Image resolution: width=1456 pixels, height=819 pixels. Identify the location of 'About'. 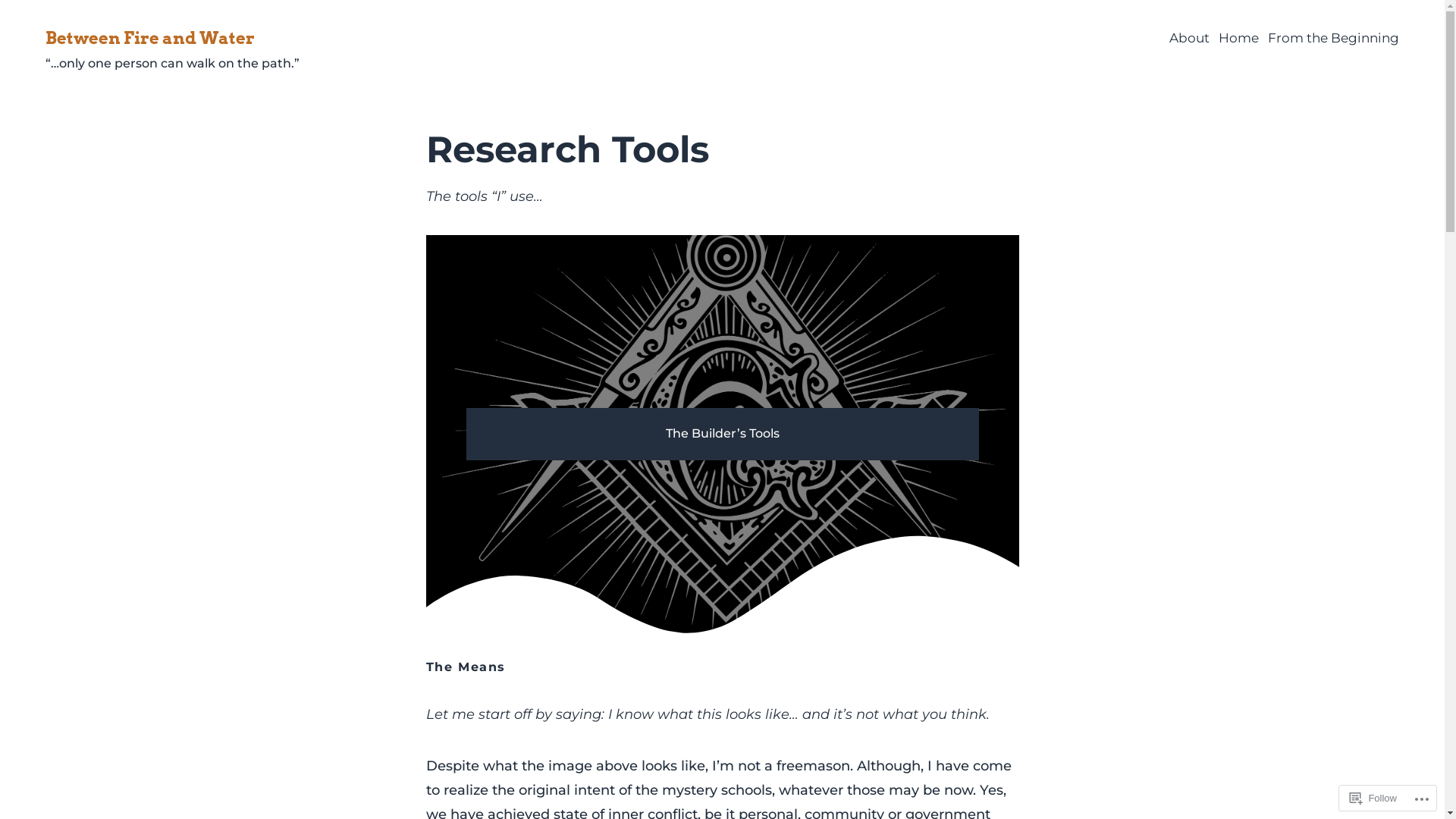
(1188, 37).